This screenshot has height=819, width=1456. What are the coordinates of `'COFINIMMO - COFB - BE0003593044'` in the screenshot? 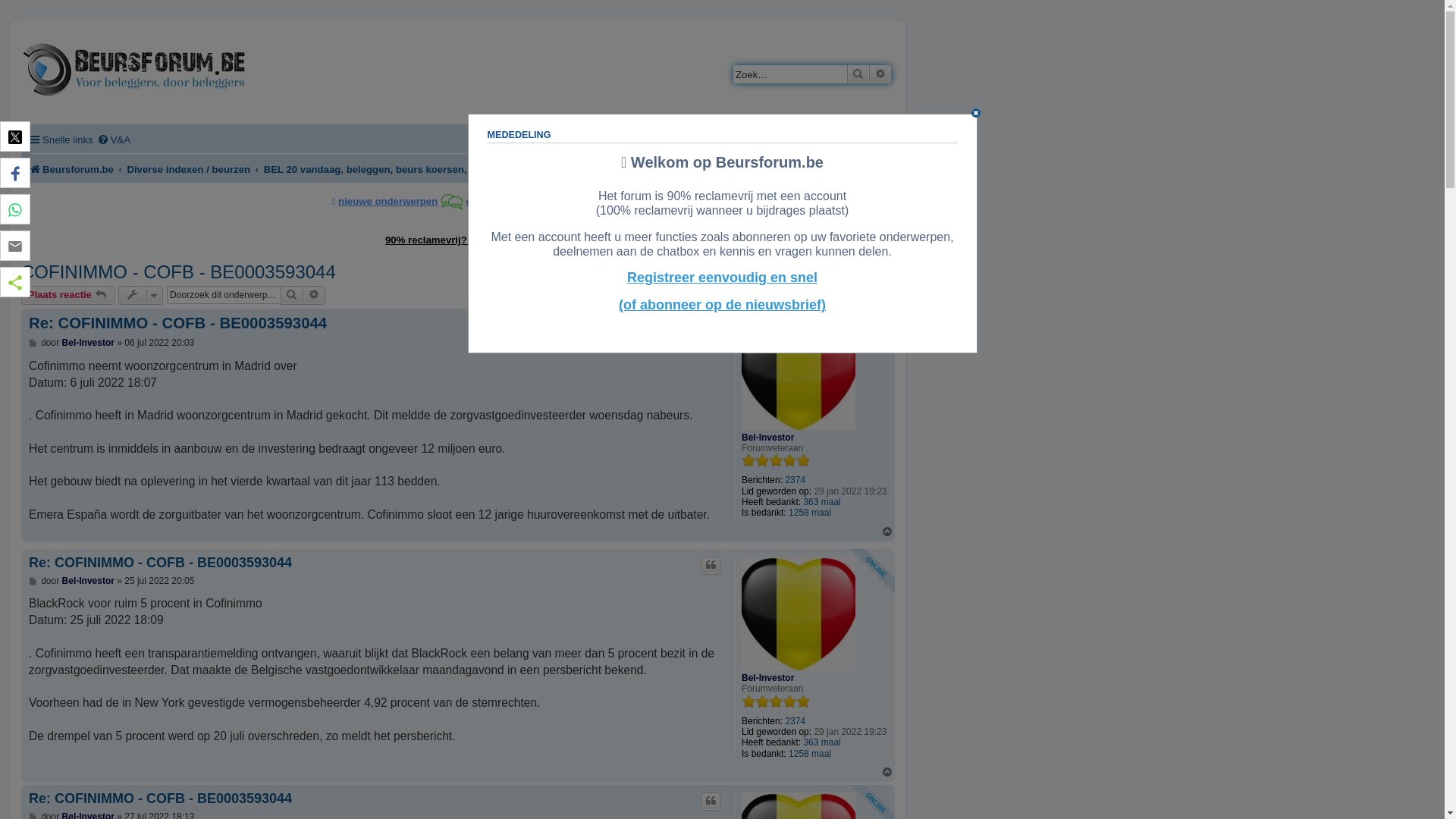 It's located at (178, 271).